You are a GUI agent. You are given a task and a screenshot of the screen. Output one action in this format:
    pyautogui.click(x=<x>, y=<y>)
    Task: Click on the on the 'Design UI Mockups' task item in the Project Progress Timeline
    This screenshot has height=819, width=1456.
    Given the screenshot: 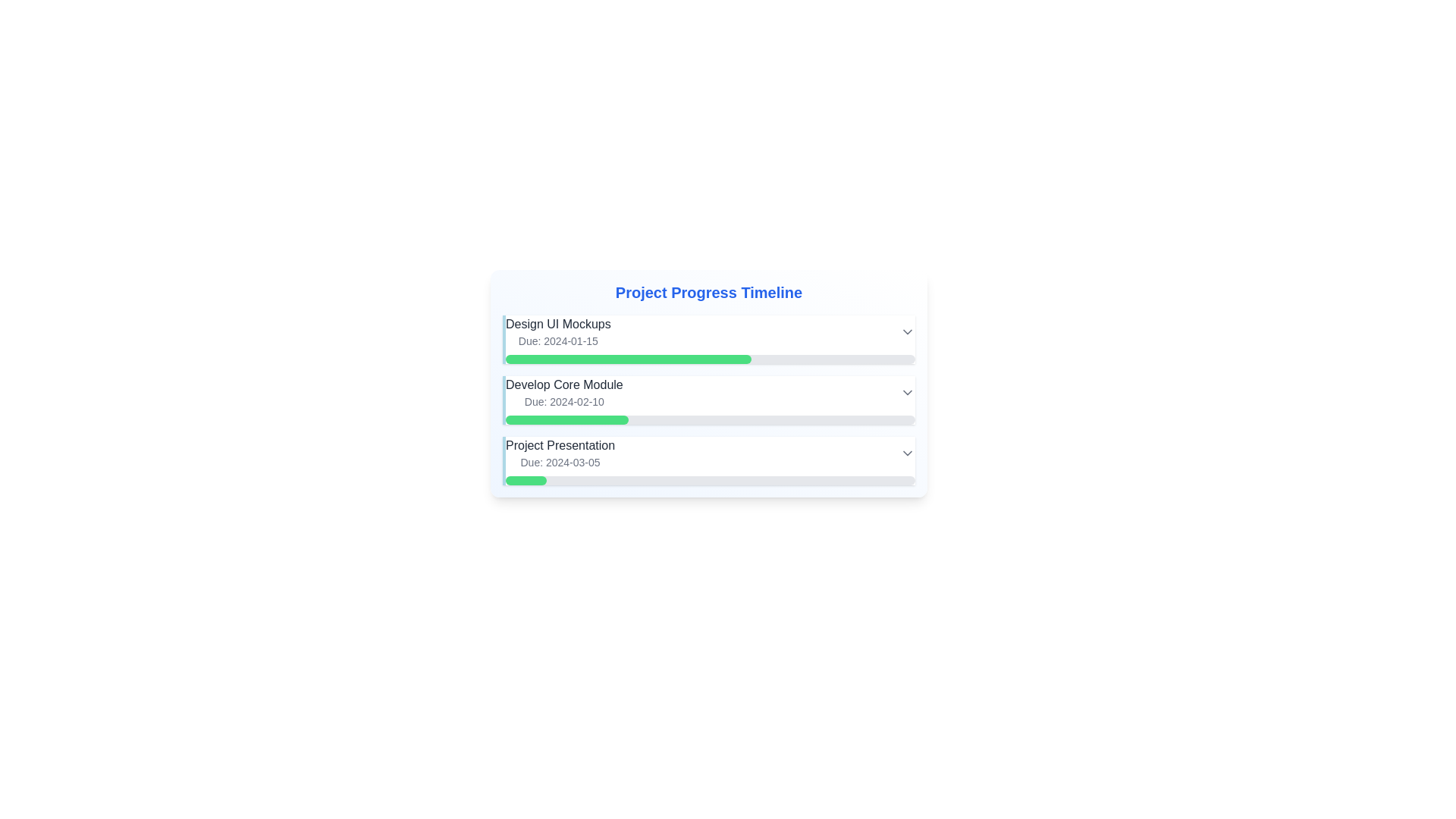 What is the action you would take?
    pyautogui.click(x=708, y=338)
    